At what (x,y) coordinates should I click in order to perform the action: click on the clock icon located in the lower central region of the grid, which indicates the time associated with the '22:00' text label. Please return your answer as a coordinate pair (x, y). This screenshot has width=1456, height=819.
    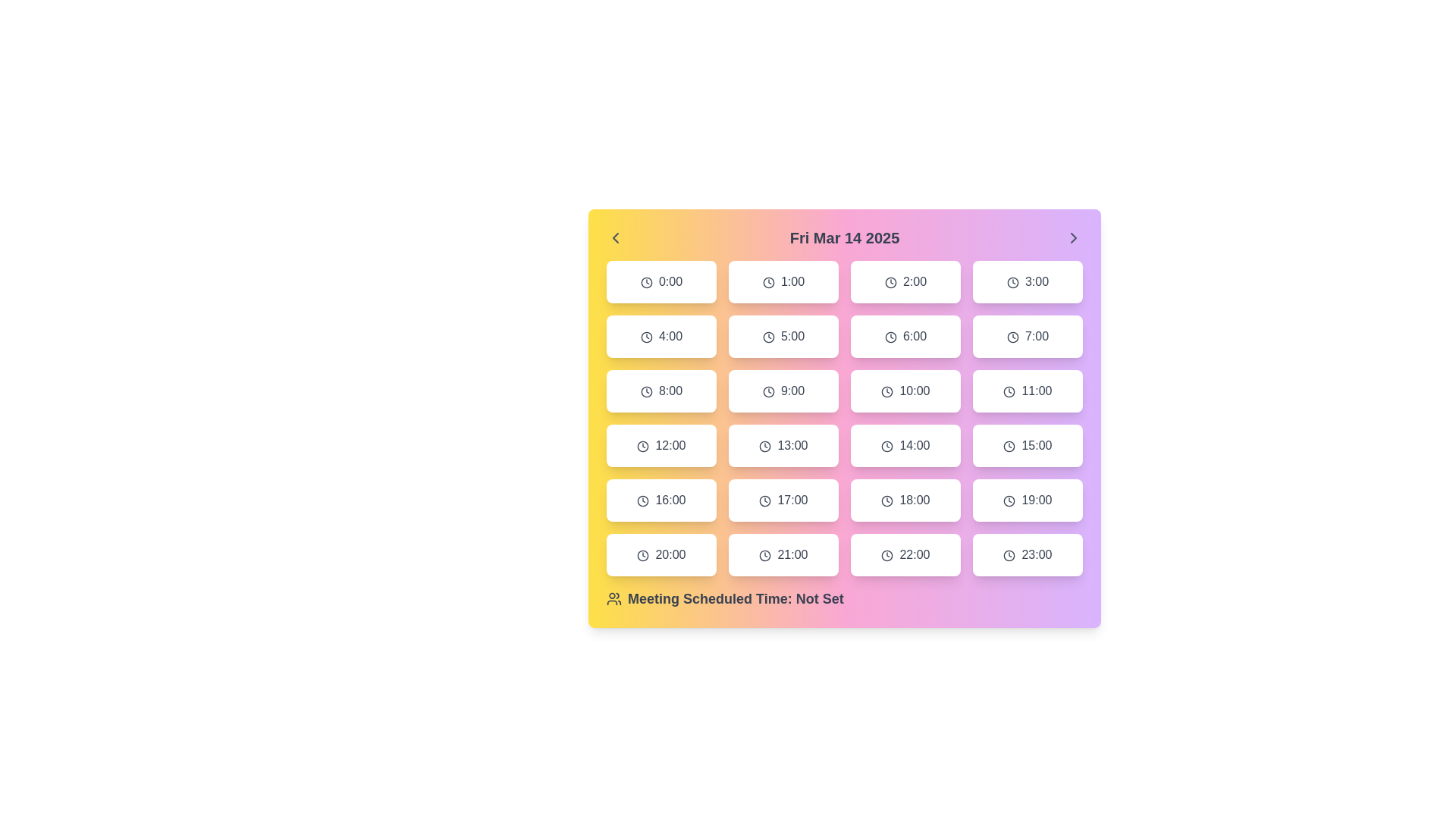
    Looking at the image, I should click on (887, 555).